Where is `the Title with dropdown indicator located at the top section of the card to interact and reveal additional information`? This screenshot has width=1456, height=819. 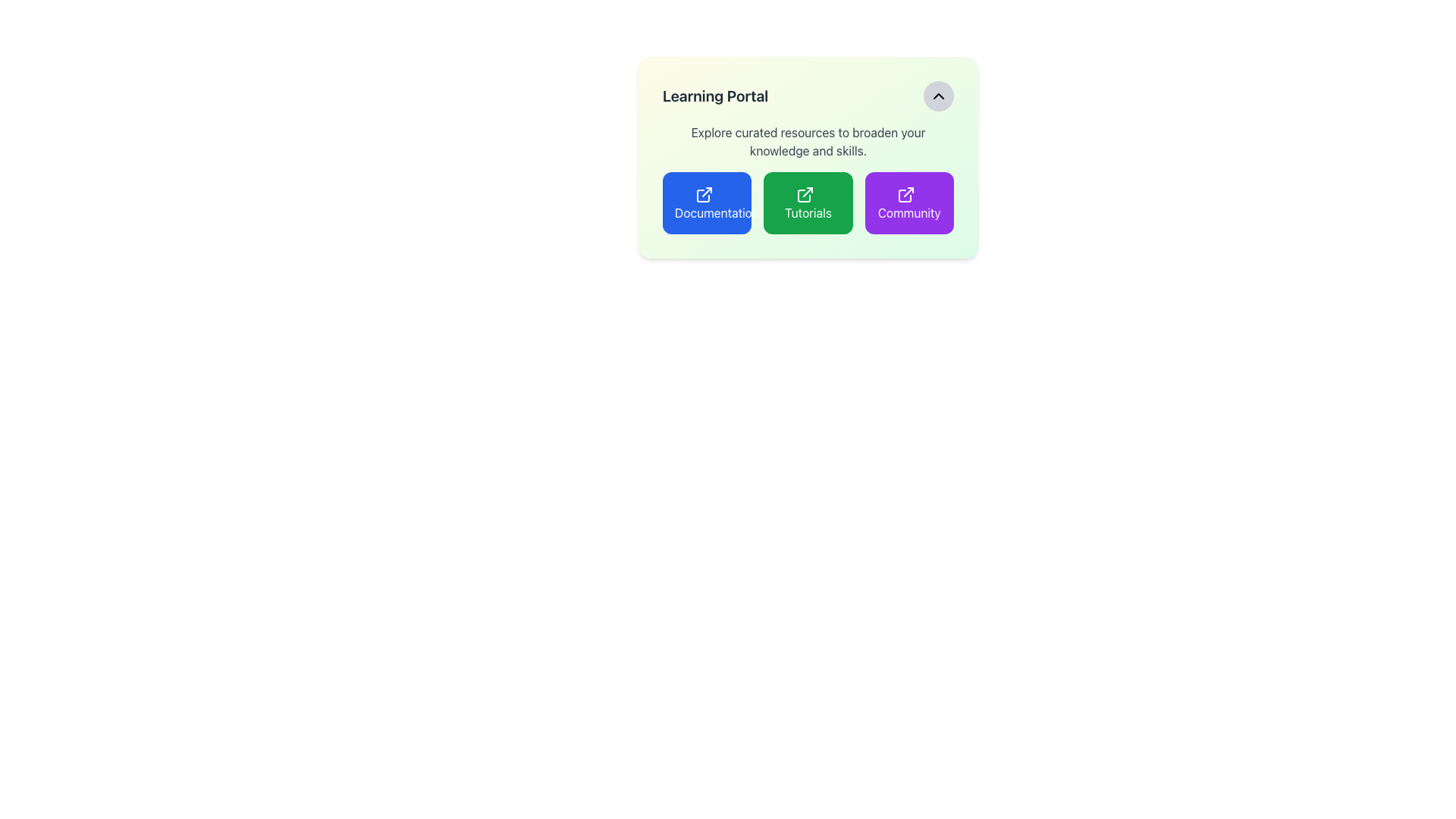
the Title with dropdown indicator located at the top section of the card to interact and reveal additional information is located at coordinates (807, 96).